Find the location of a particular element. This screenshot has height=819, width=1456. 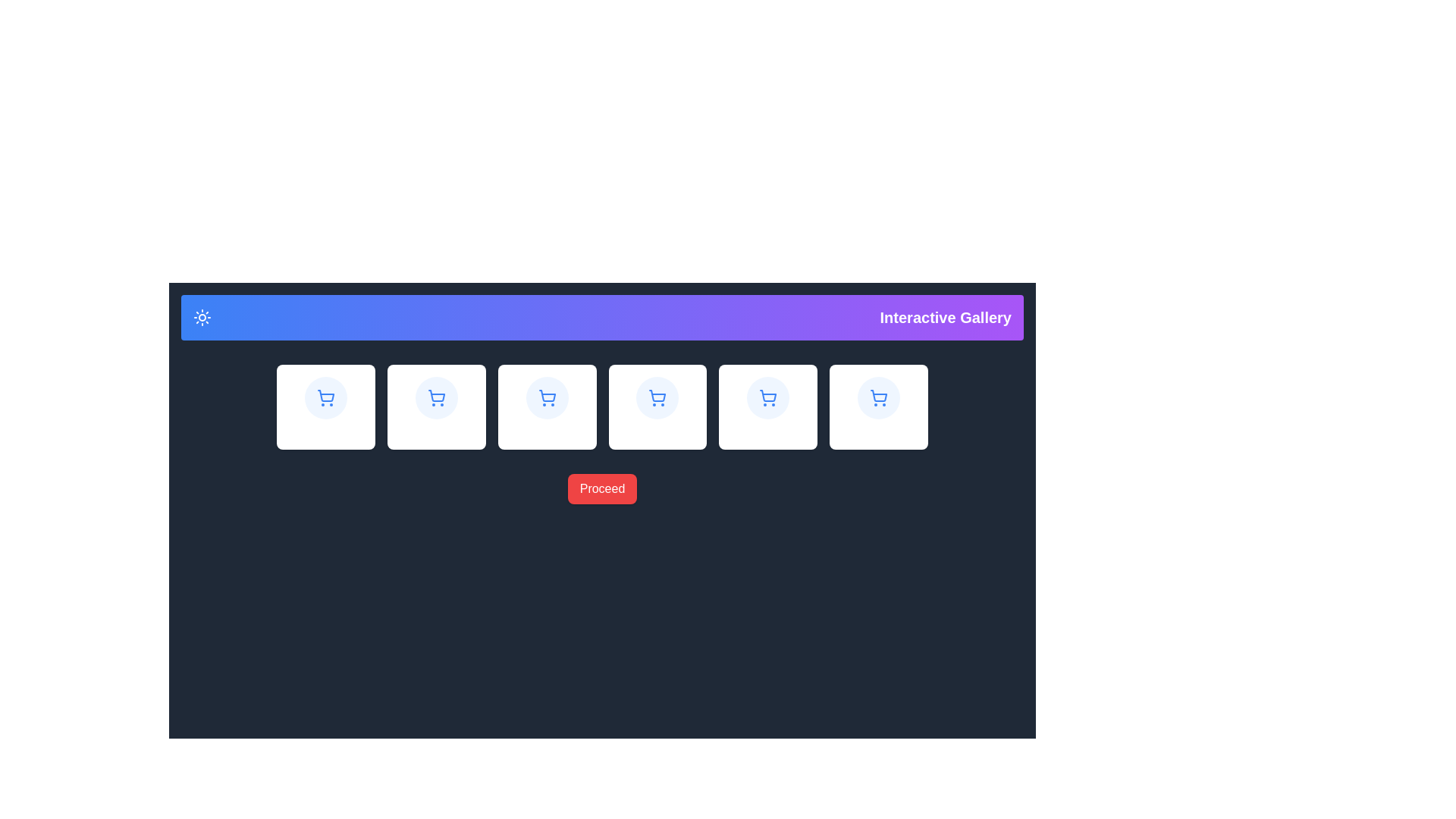

the circular light blue background icon containing a blue shopping cart located at the bottom of the last card in the horizontal row of elements is located at coordinates (879, 397).